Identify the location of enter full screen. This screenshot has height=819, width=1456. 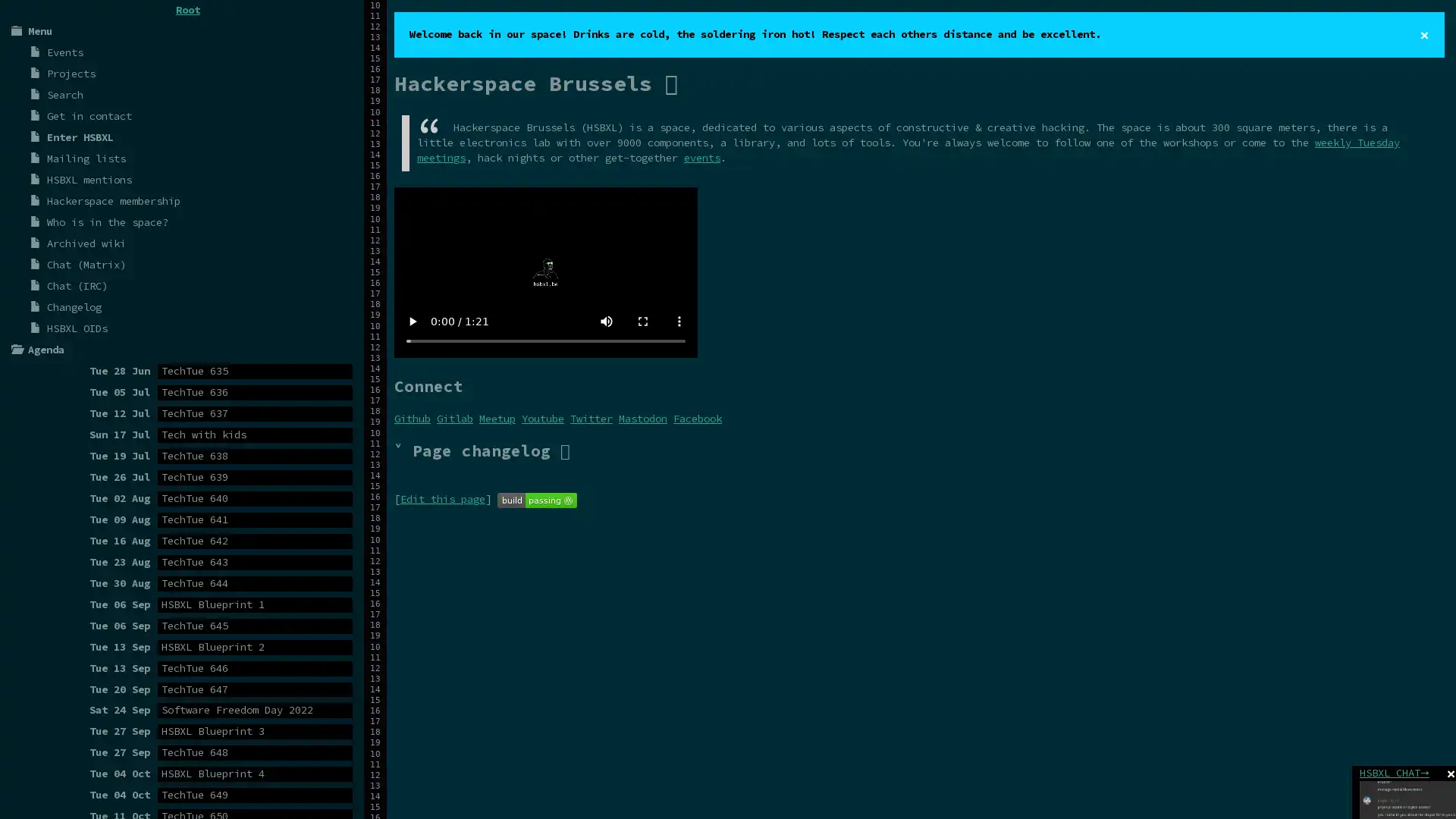
(643, 320).